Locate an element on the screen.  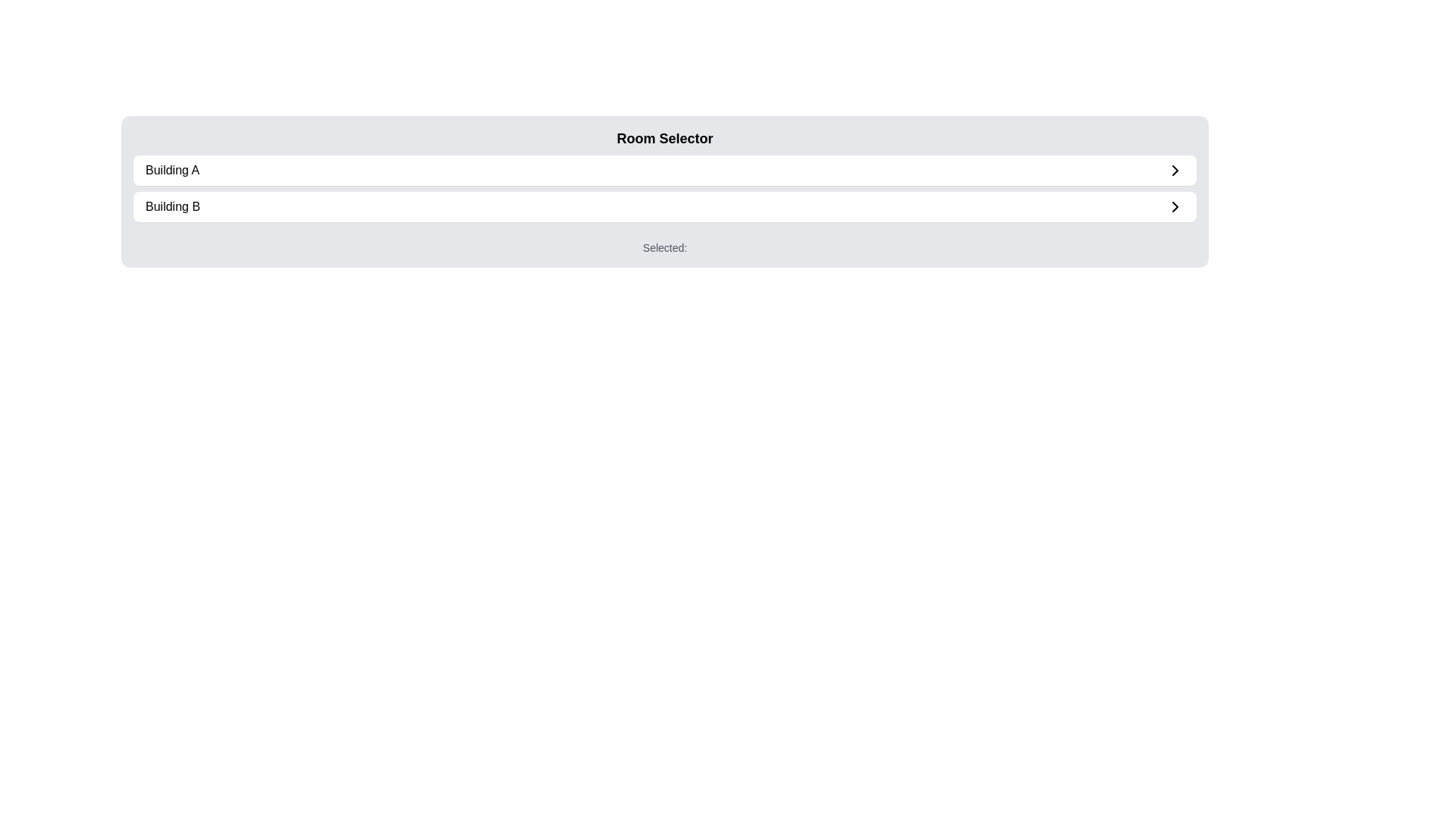
the selectable button for 'Building B', which is the second item in a vertical list of options is located at coordinates (670, 207).